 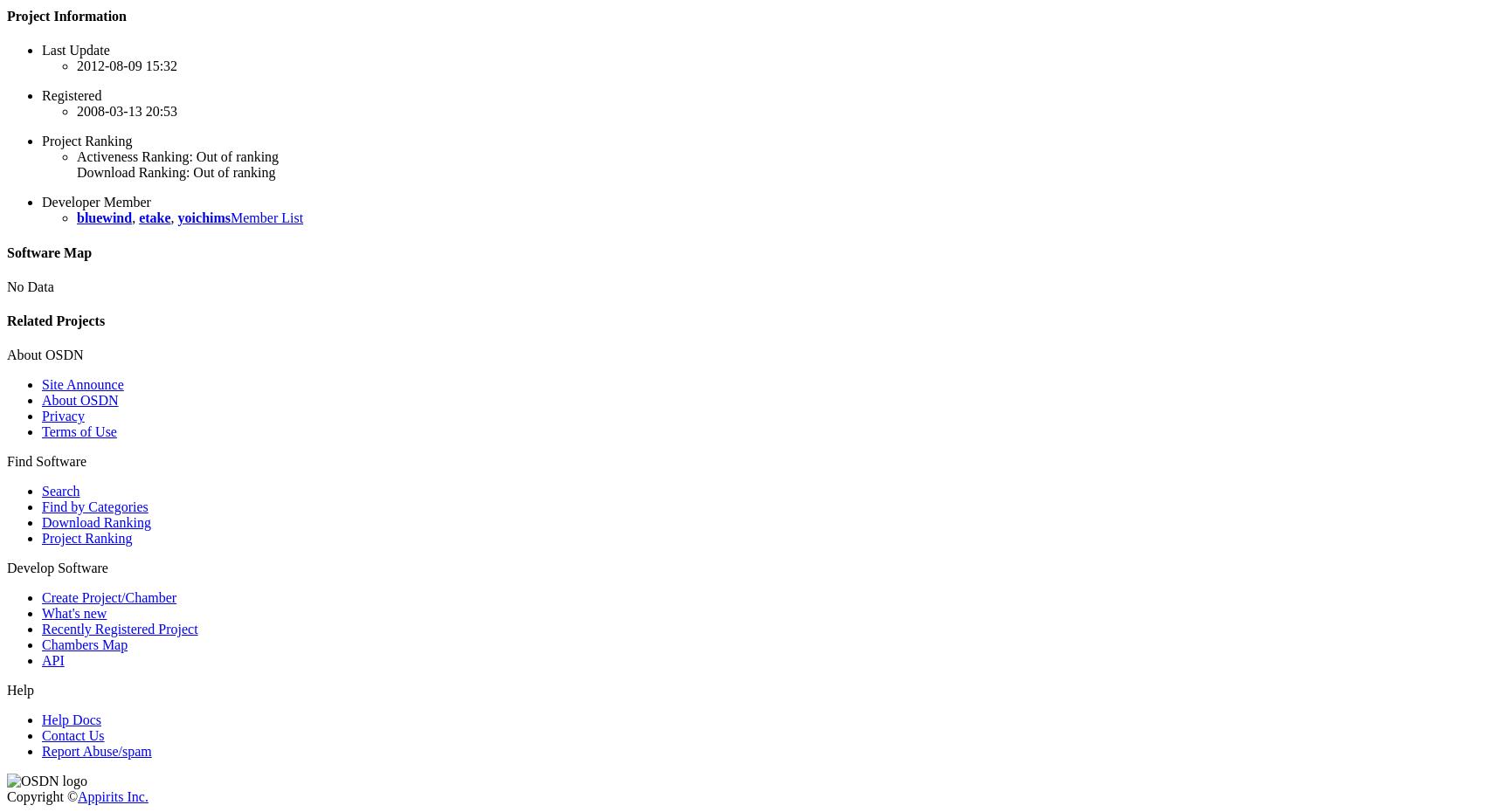 What do you see at coordinates (126, 65) in the screenshot?
I see `'2012-08-09 15:32'` at bounding box center [126, 65].